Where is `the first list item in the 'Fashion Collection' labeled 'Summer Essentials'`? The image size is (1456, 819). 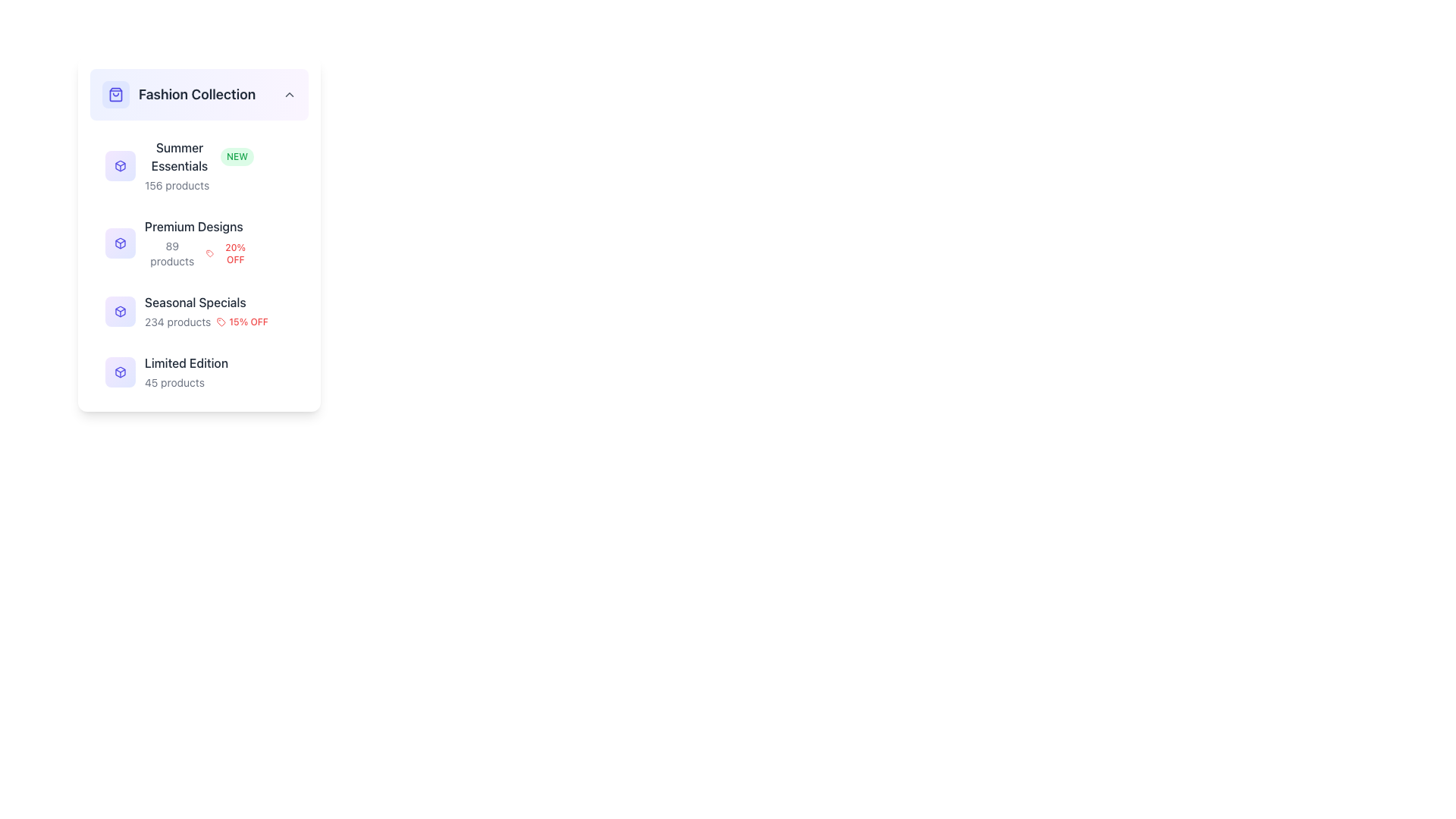 the first list item in the 'Fashion Collection' labeled 'Summer Essentials' is located at coordinates (202, 166).